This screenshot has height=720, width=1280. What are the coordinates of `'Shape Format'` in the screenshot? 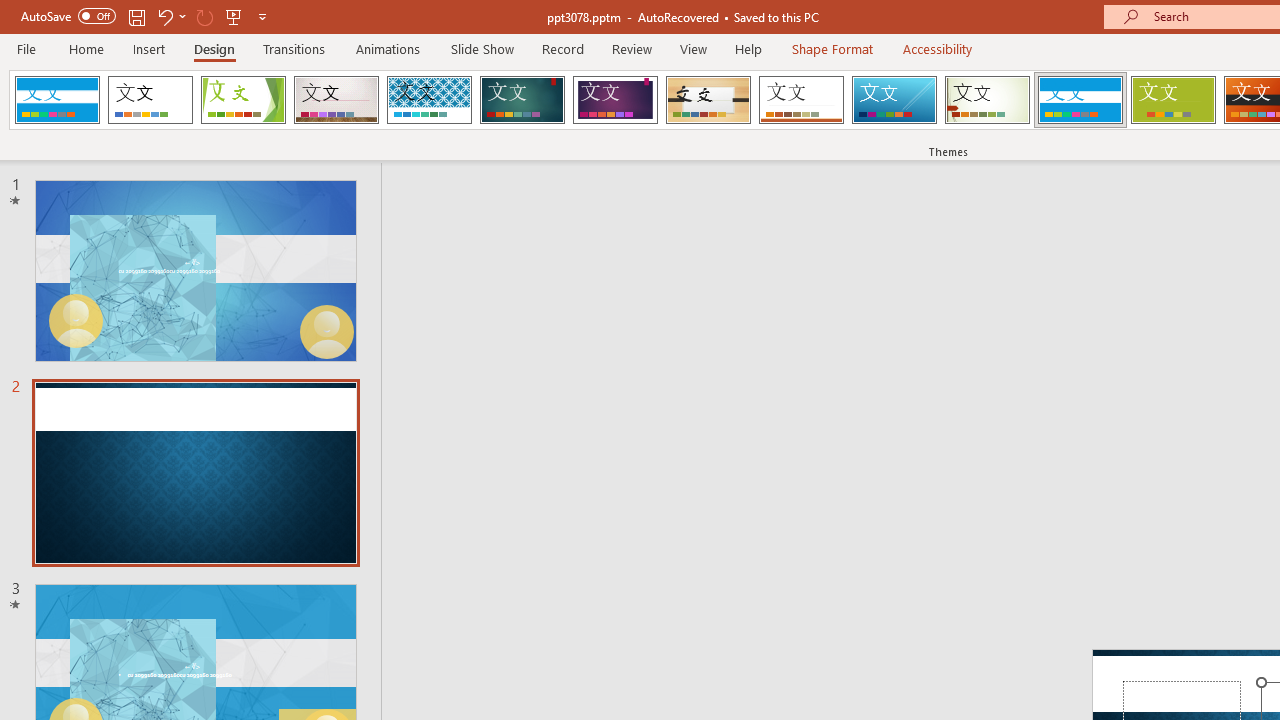 It's located at (832, 48).